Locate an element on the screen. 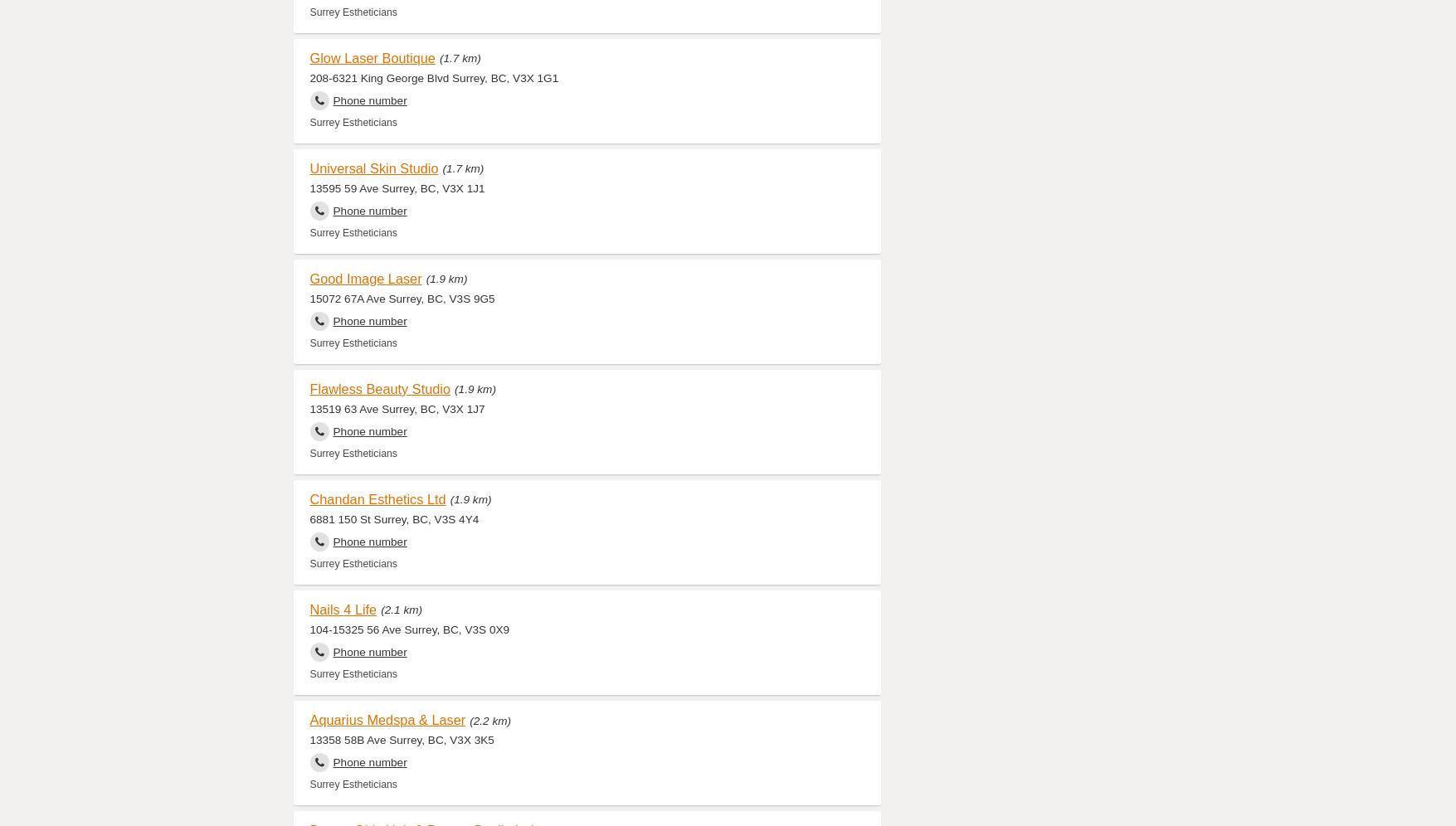 The image size is (1456, 826). 'Nails 4 Life' is located at coordinates (343, 607).